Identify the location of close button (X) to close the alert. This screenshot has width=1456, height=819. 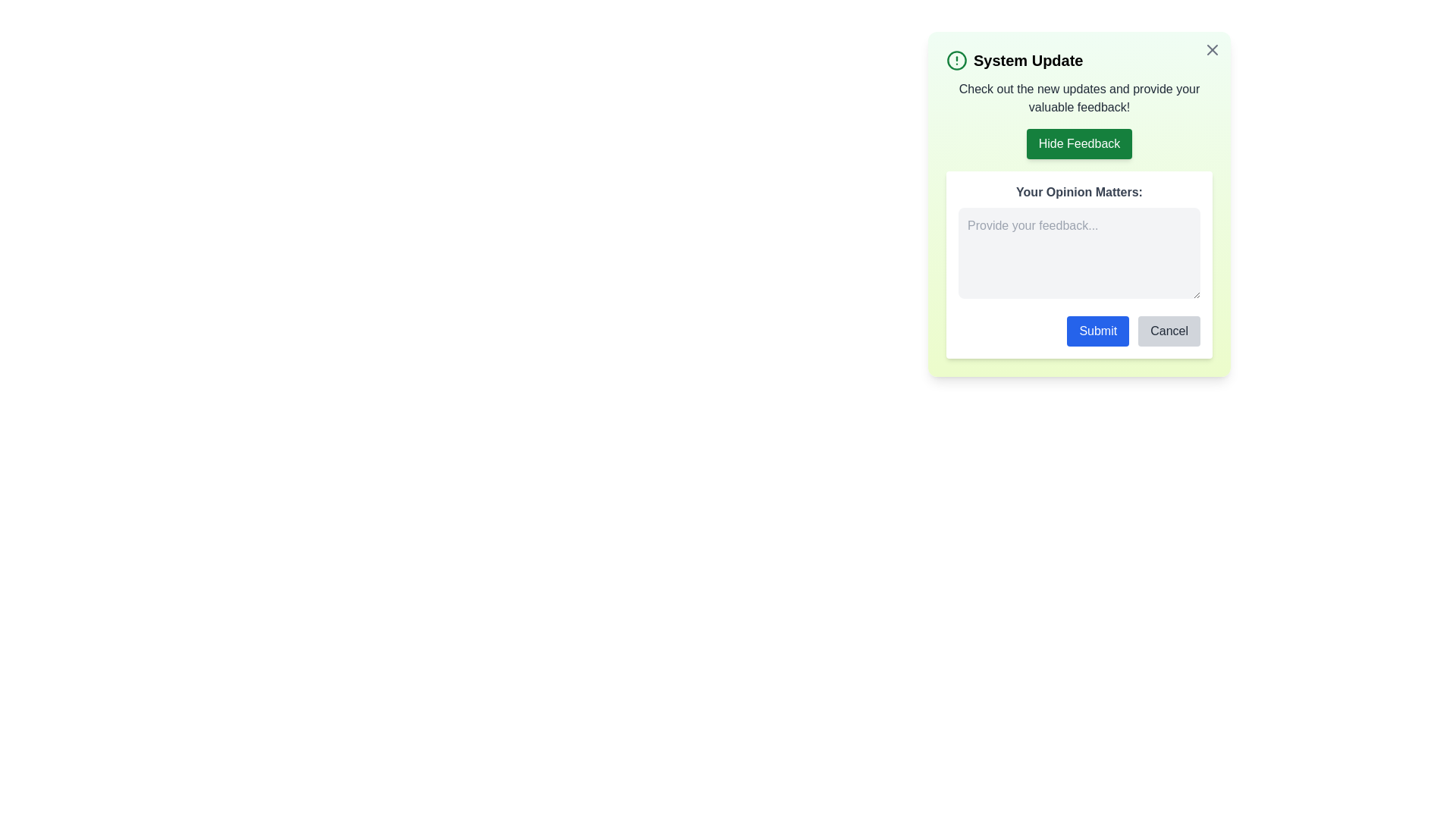
(1211, 49).